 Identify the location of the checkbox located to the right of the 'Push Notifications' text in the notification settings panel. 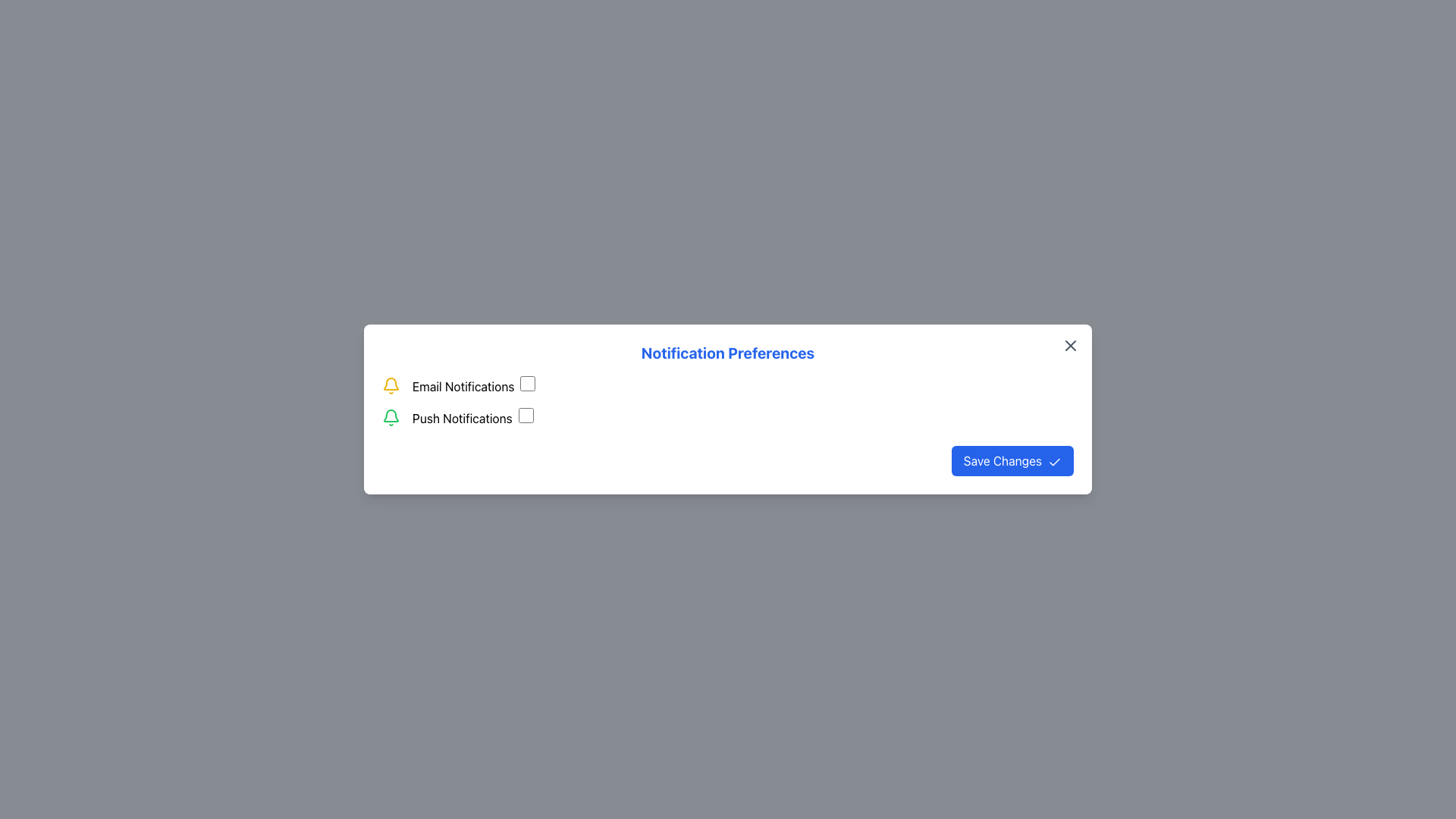
(526, 415).